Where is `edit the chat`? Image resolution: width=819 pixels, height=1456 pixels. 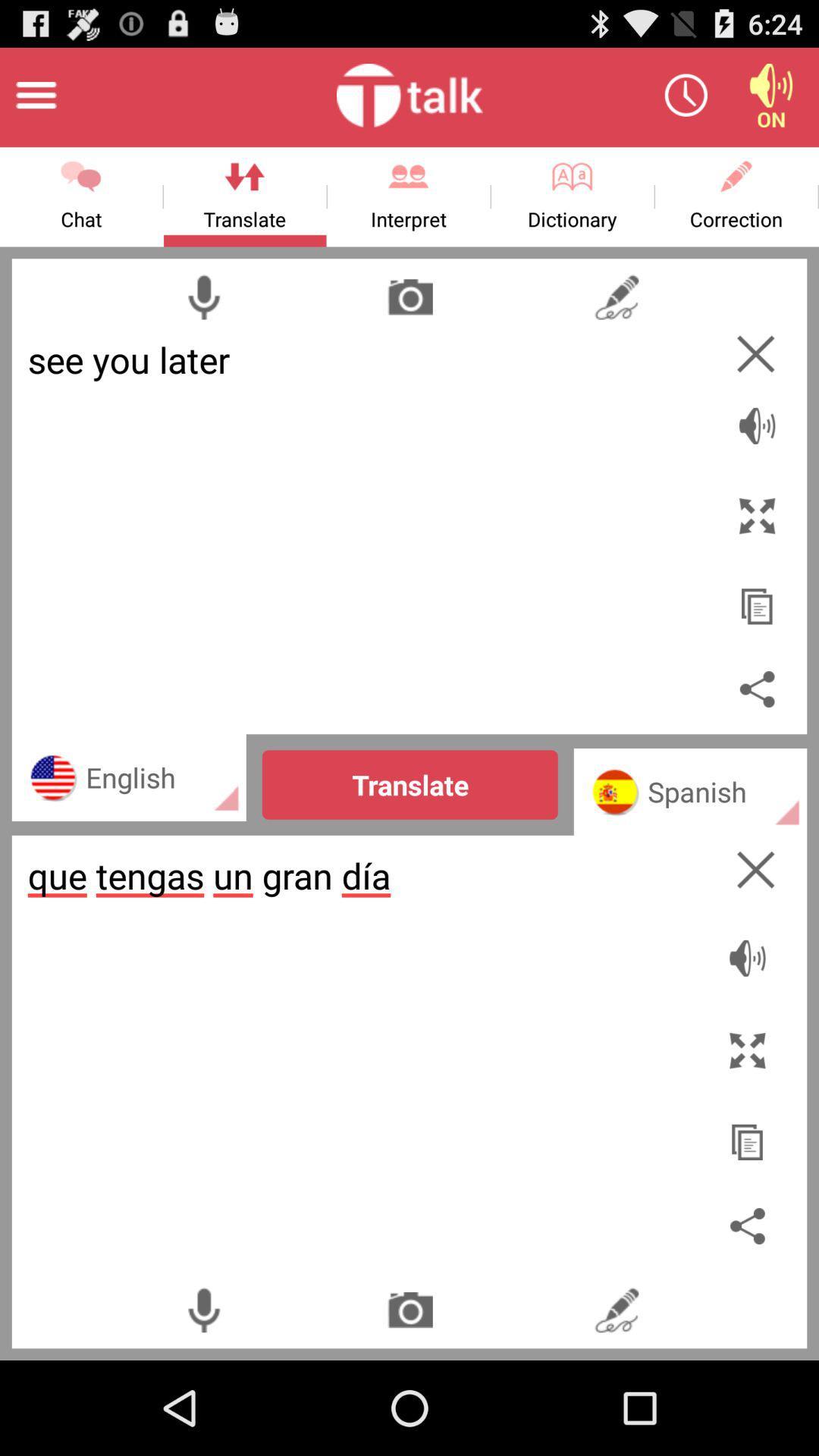 edit the chat is located at coordinates (617, 1309).